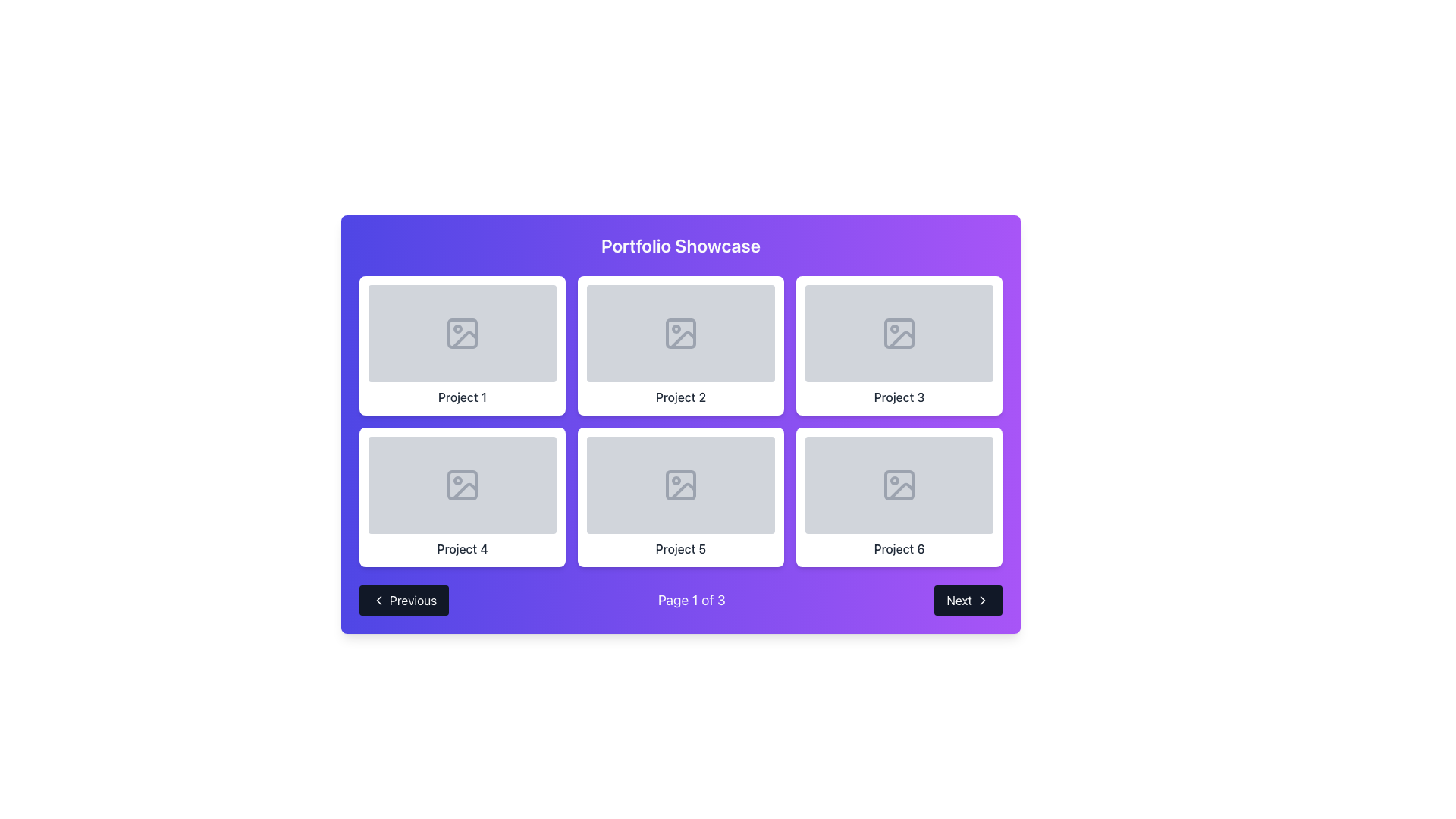 This screenshot has height=819, width=1456. I want to click on the 'Project 5' card in the second row, second column of the 3x2 grid layout within the 'Portfolio Showcase', so click(679, 497).